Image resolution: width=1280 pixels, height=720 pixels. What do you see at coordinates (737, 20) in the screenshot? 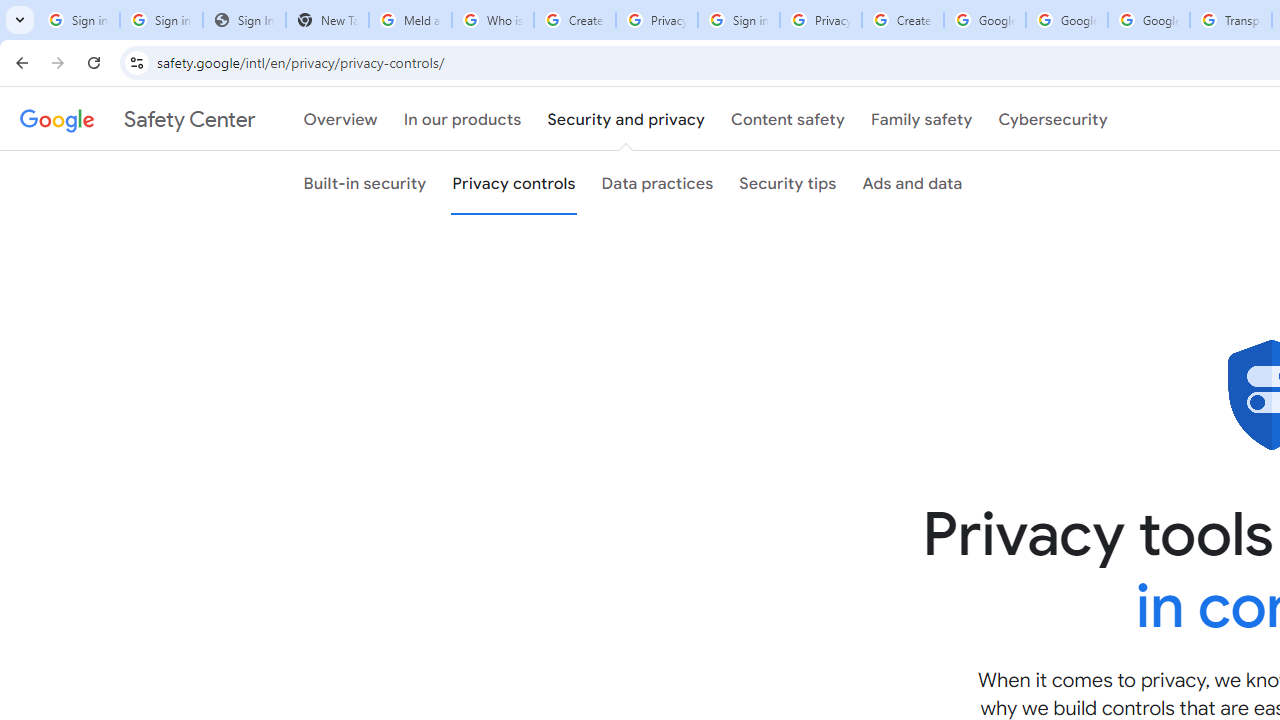
I see `'Sign in - Google Accounts'` at bounding box center [737, 20].